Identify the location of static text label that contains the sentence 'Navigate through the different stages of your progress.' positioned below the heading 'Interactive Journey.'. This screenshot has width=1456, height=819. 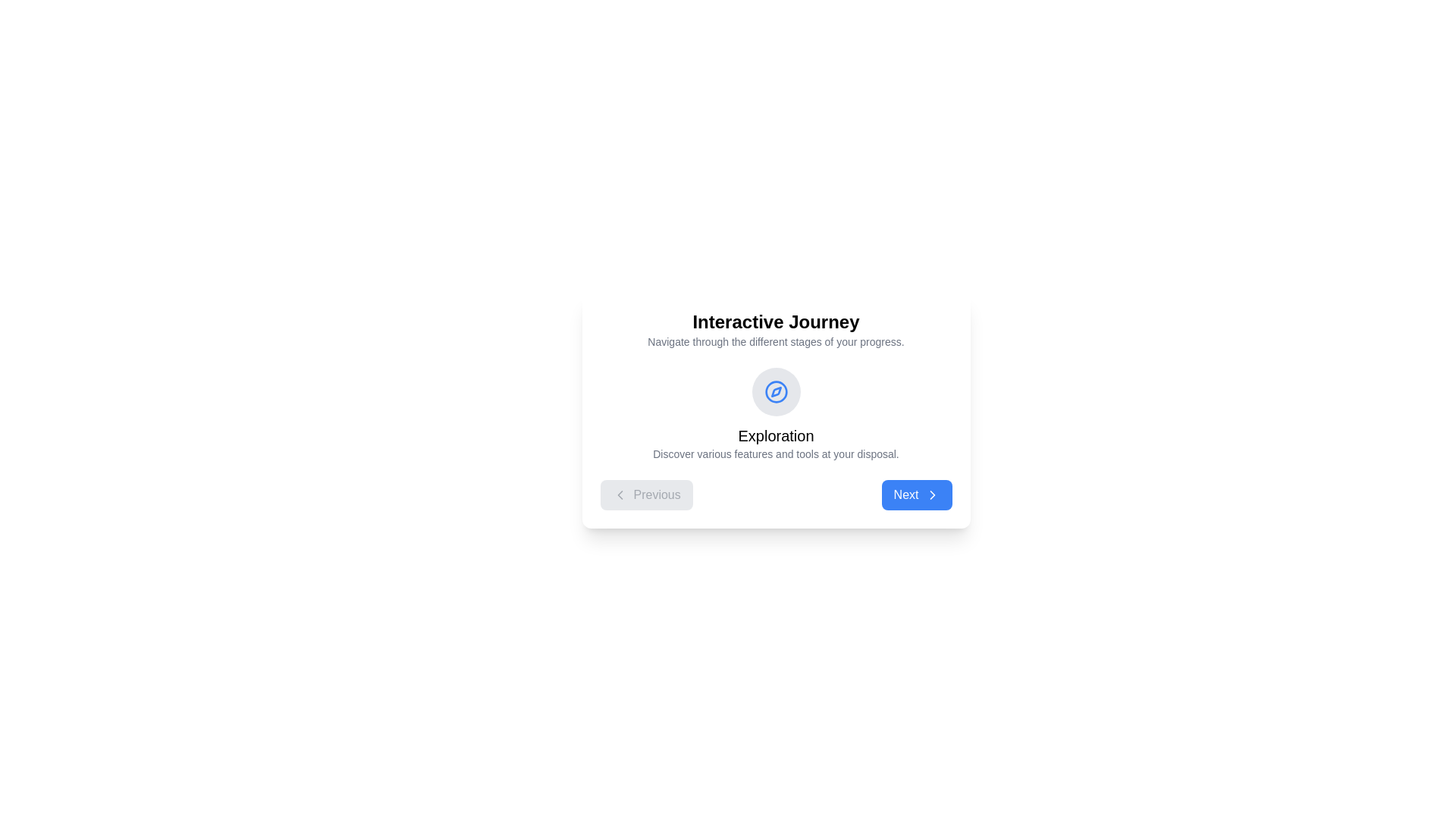
(776, 342).